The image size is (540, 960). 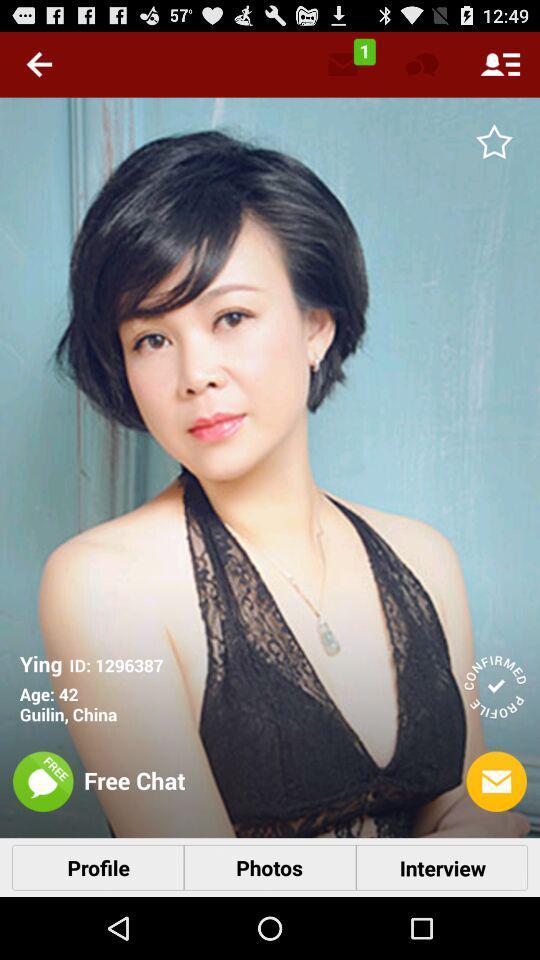 What do you see at coordinates (495, 836) in the screenshot?
I see `the email icon` at bounding box center [495, 836].